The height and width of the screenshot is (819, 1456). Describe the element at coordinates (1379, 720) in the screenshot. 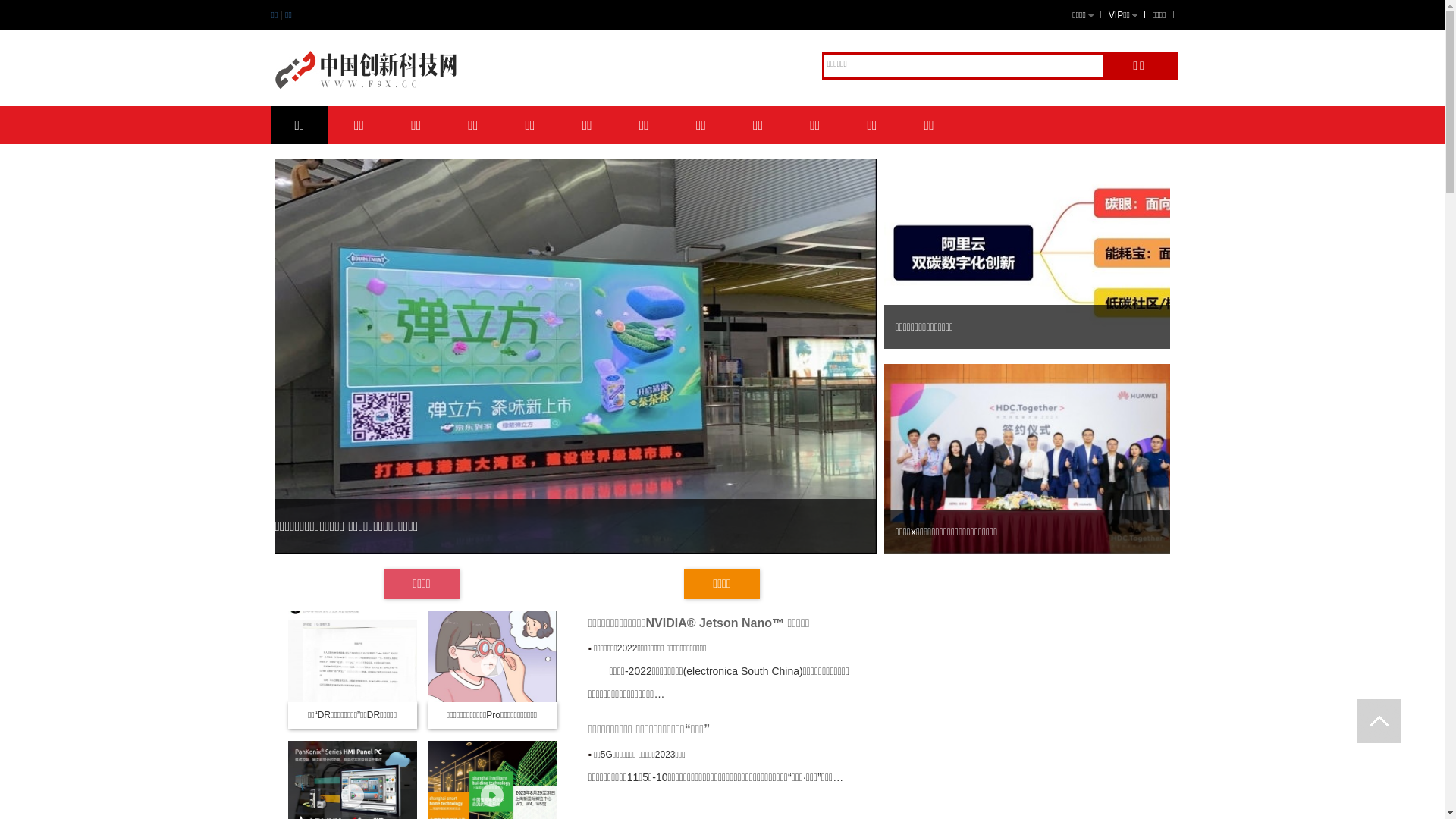

I see `' '` at that location.